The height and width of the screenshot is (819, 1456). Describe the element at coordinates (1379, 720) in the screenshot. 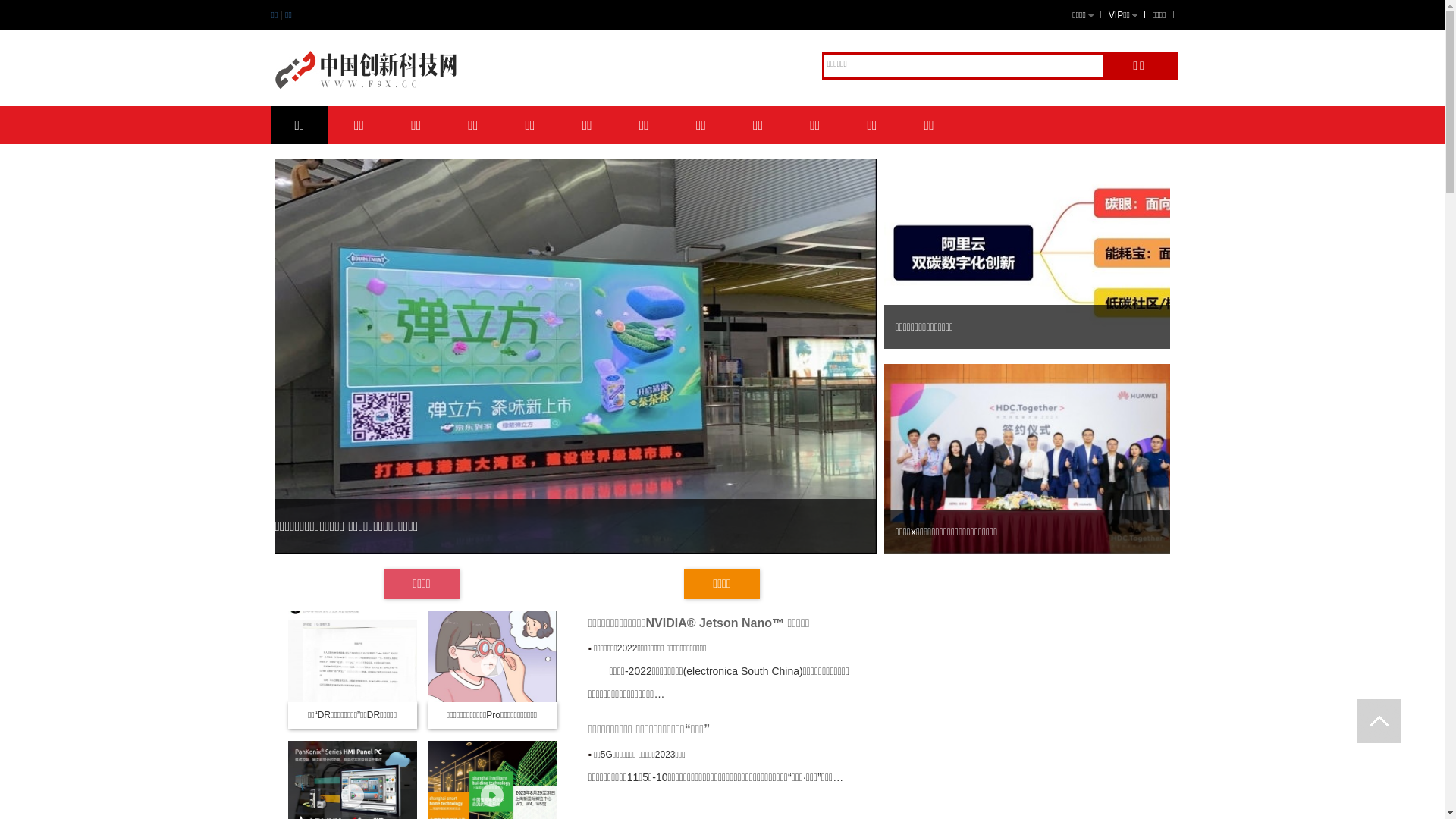

I see `' '` at that location.